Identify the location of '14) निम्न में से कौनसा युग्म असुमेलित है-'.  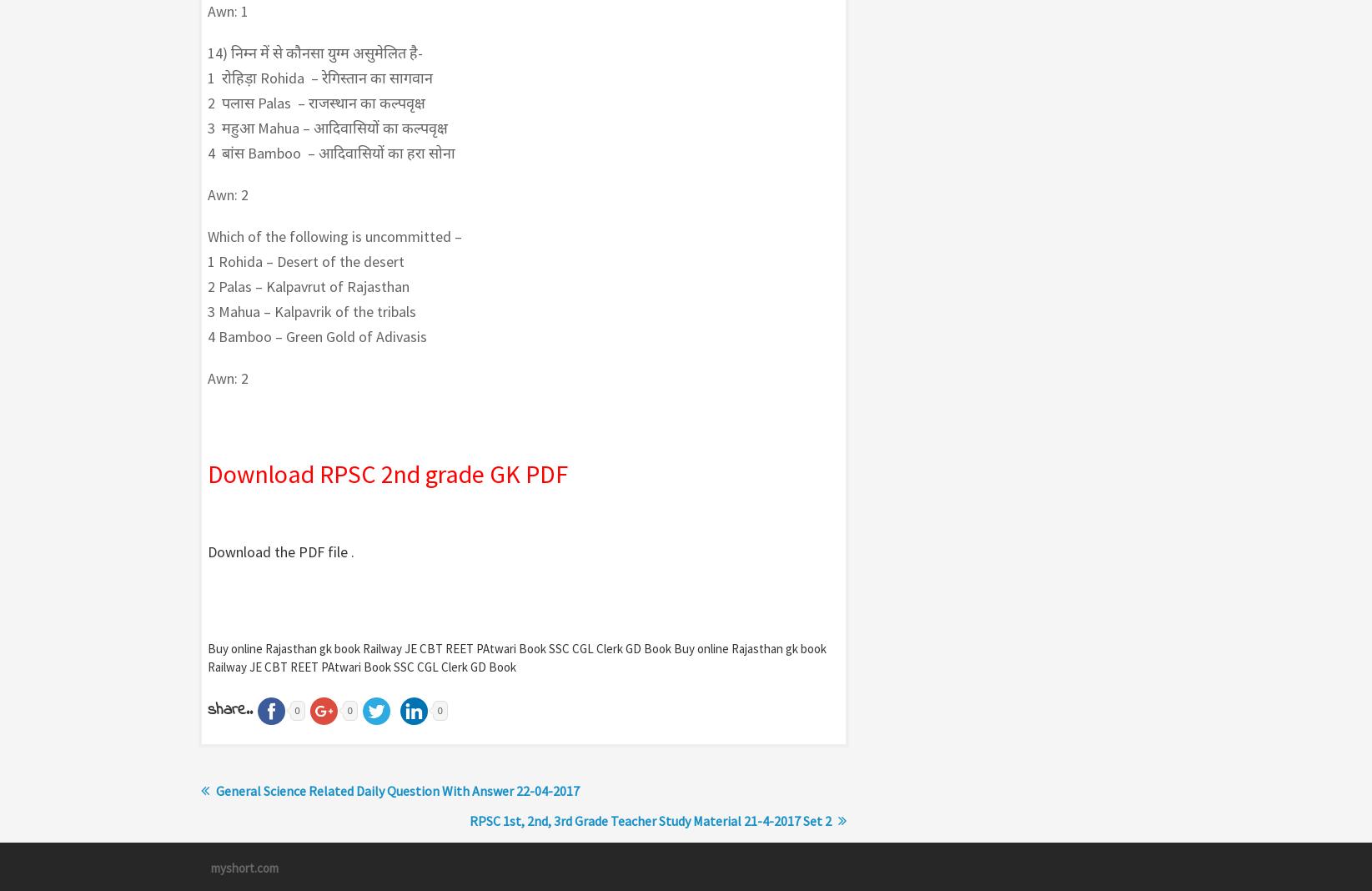
(314, 52).